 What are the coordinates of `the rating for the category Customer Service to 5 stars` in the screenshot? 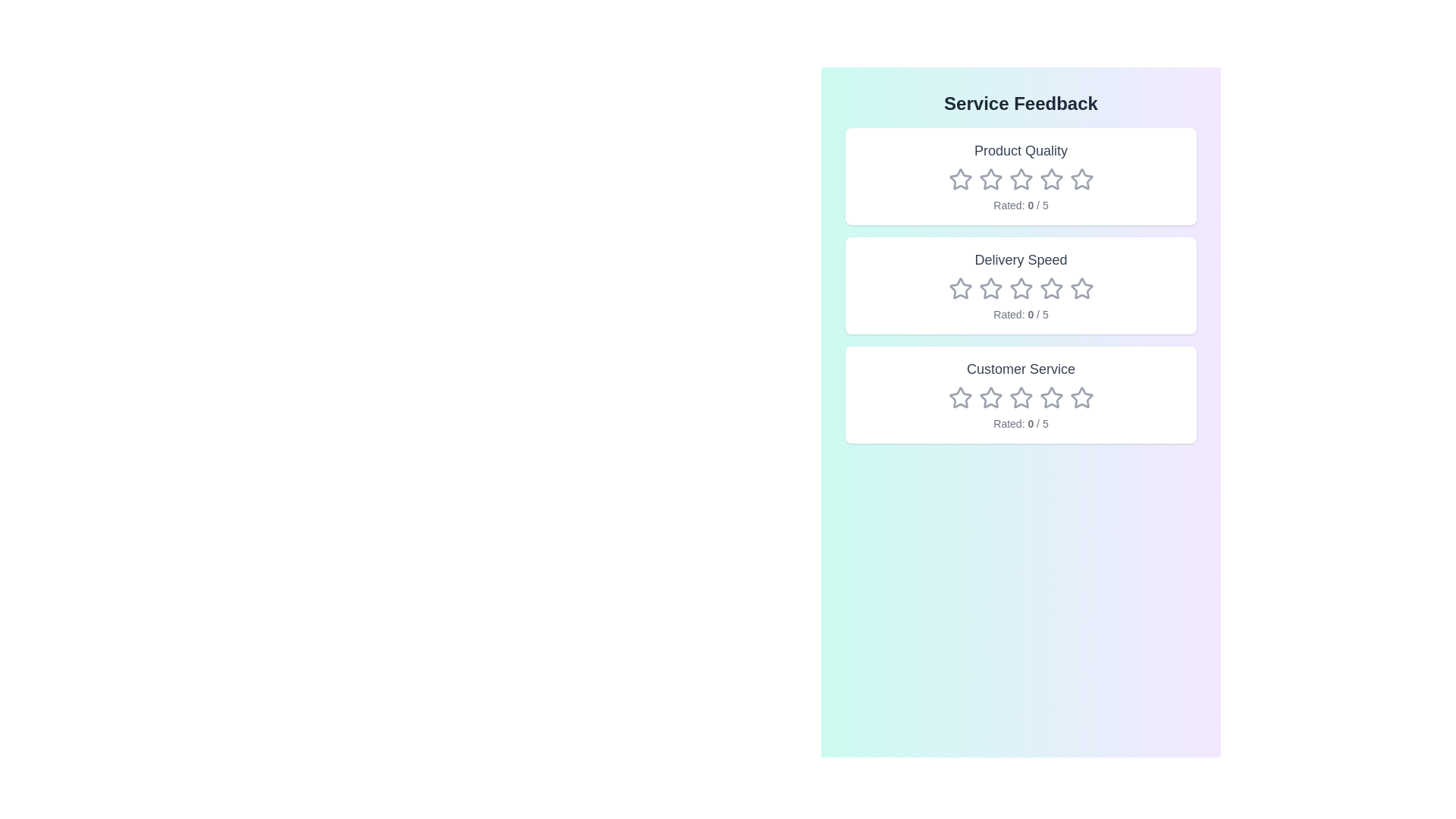 It's located at (1081, 397).